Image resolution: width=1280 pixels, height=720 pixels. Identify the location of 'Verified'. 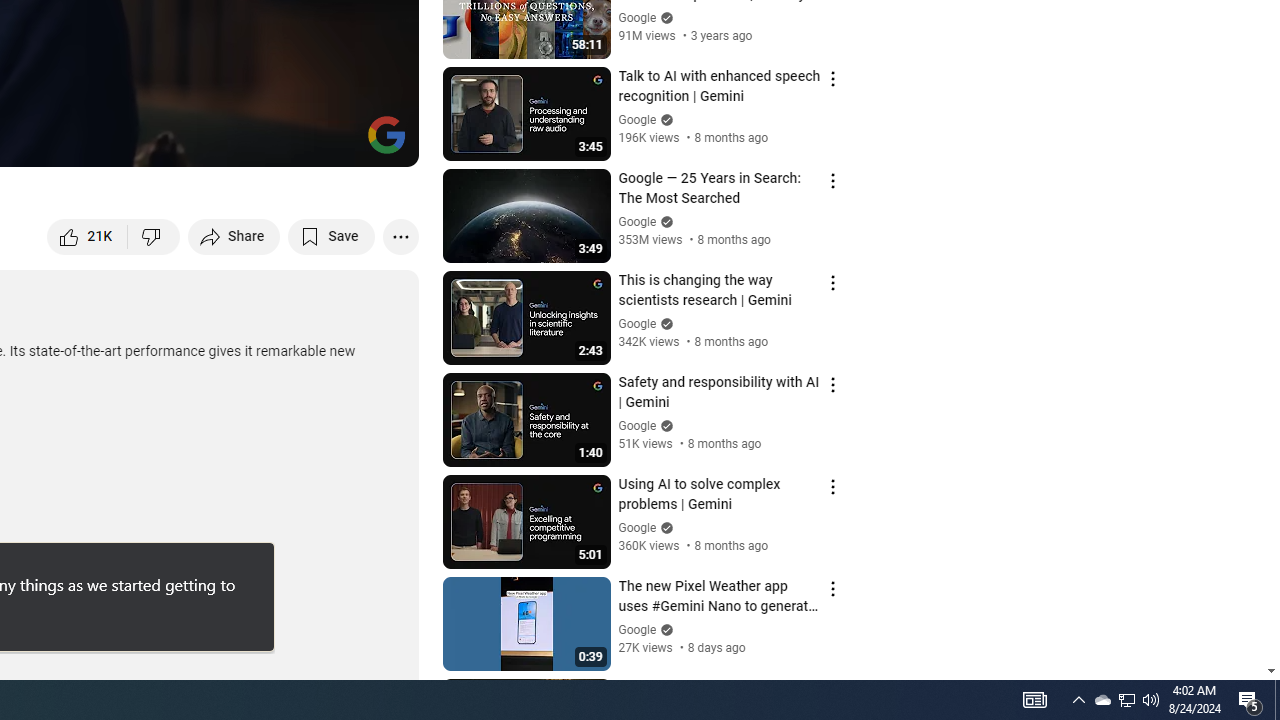
(664, 628).